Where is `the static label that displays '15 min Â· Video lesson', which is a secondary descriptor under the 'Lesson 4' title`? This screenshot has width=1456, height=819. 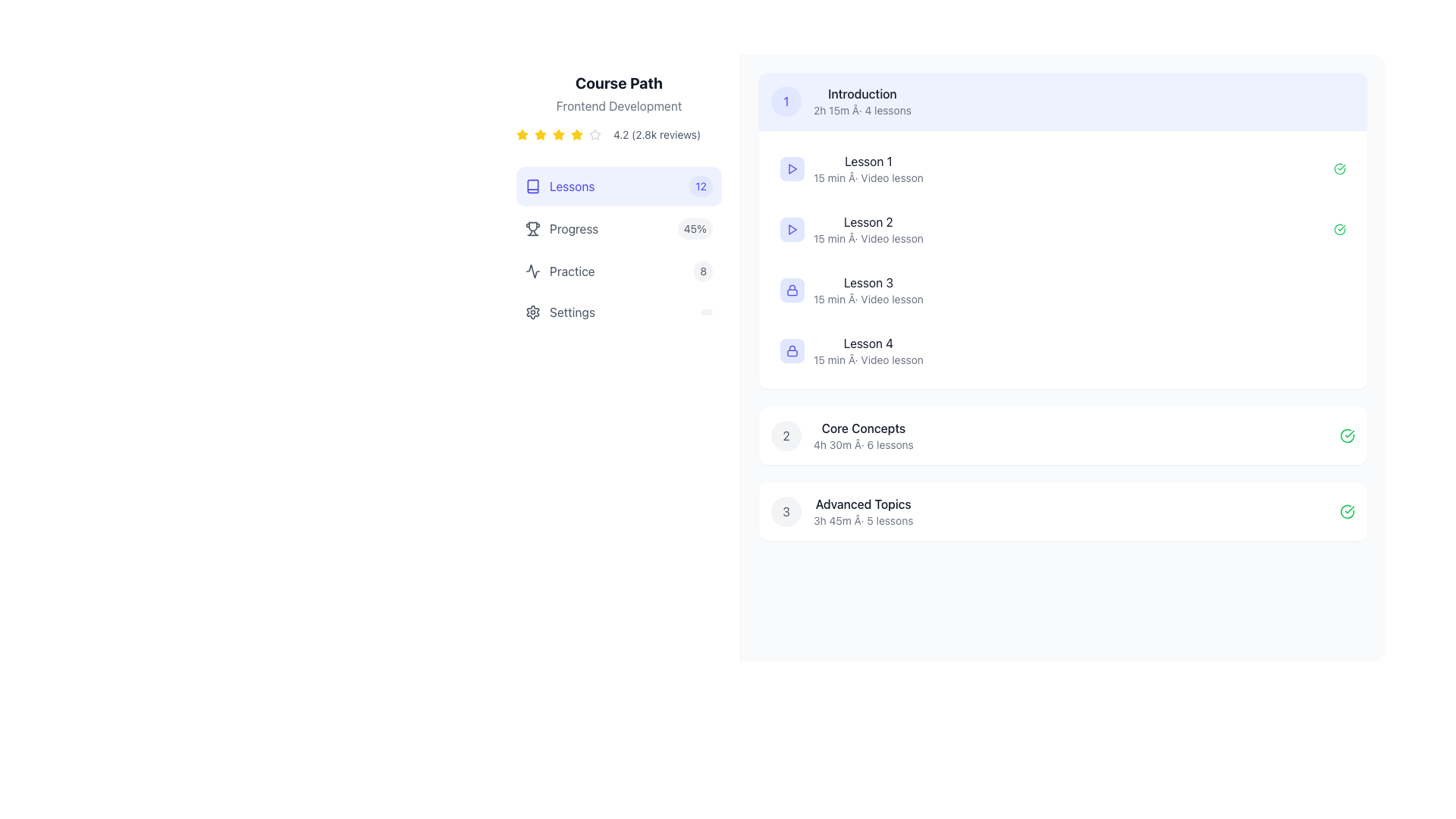 the static label that displays '15 min Â· Video lesson', which is a secondary descriptor under the 'Lesson 4' title is located at coordinates (868, 359).